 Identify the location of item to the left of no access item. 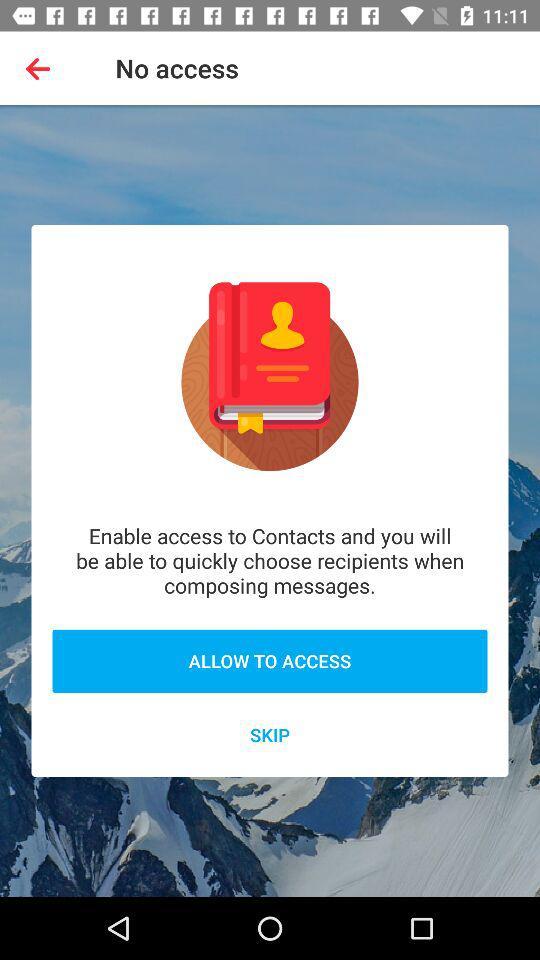
(42, 68).